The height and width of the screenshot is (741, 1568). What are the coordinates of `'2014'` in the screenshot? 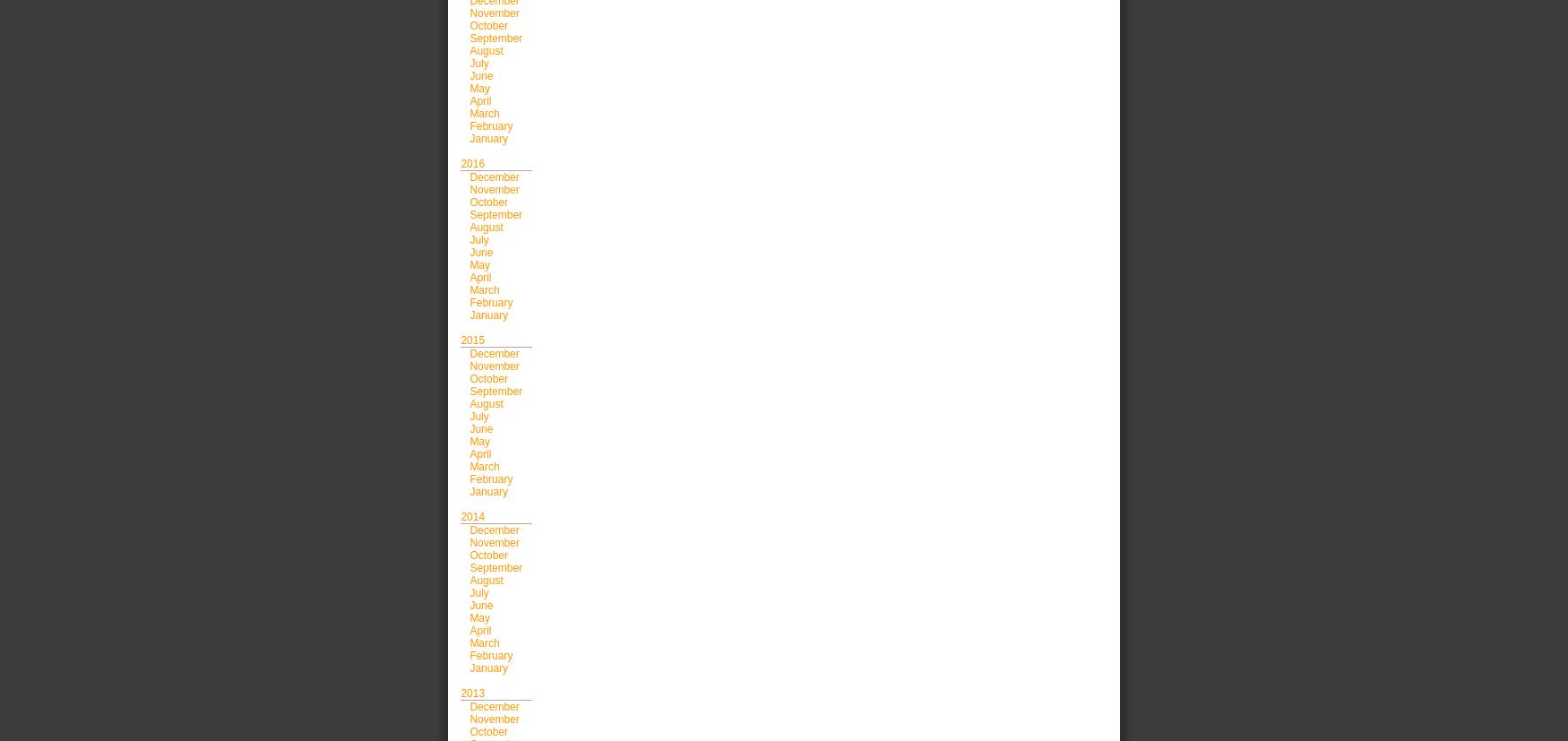 It's located at (471, 516).